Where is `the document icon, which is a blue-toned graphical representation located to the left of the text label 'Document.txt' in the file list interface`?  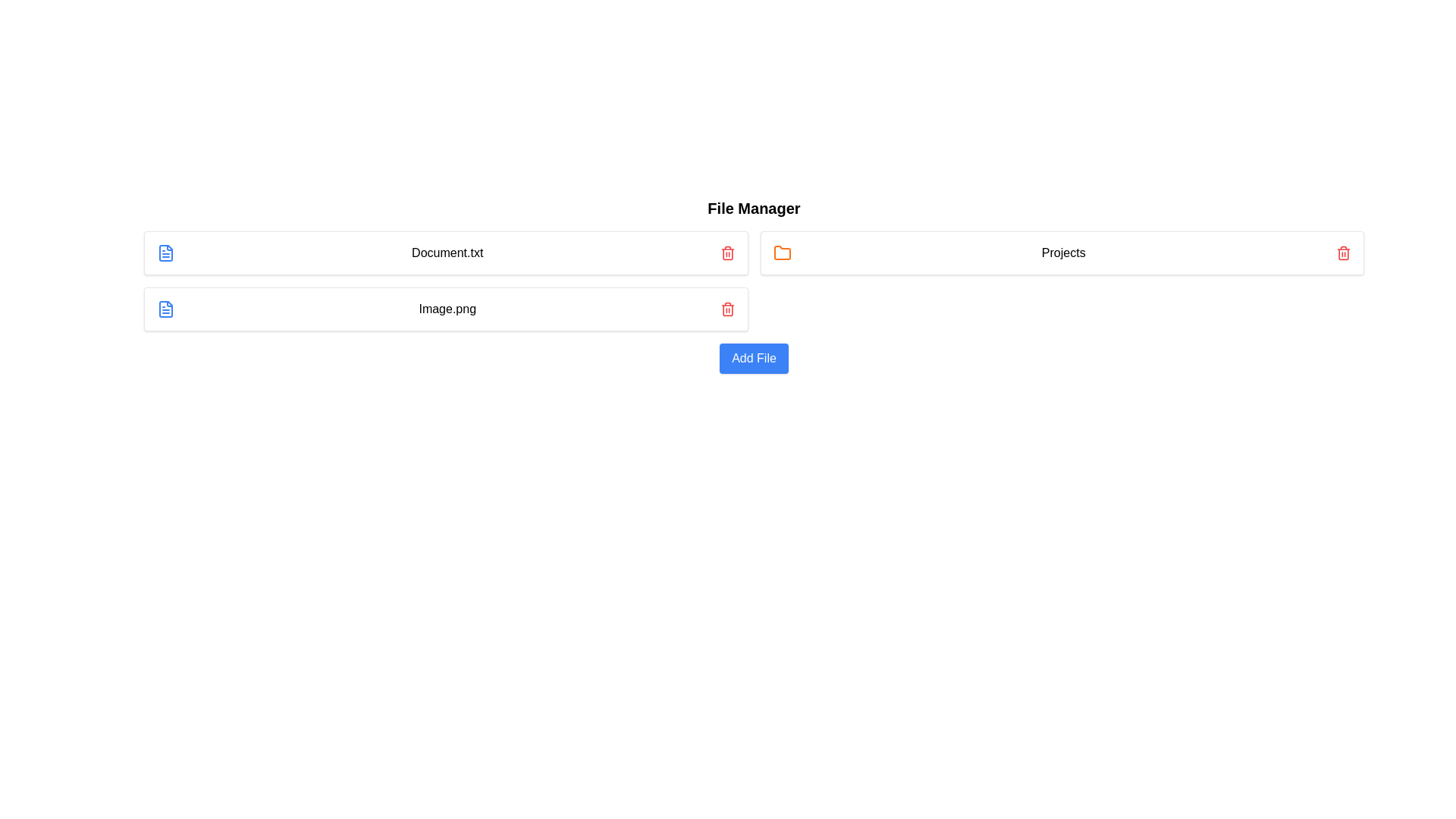 the document icon, which is a blue-toned graphical representation located to the left of the text label 'Document.txt' in the file list interface is located at coordinates (166, 253).